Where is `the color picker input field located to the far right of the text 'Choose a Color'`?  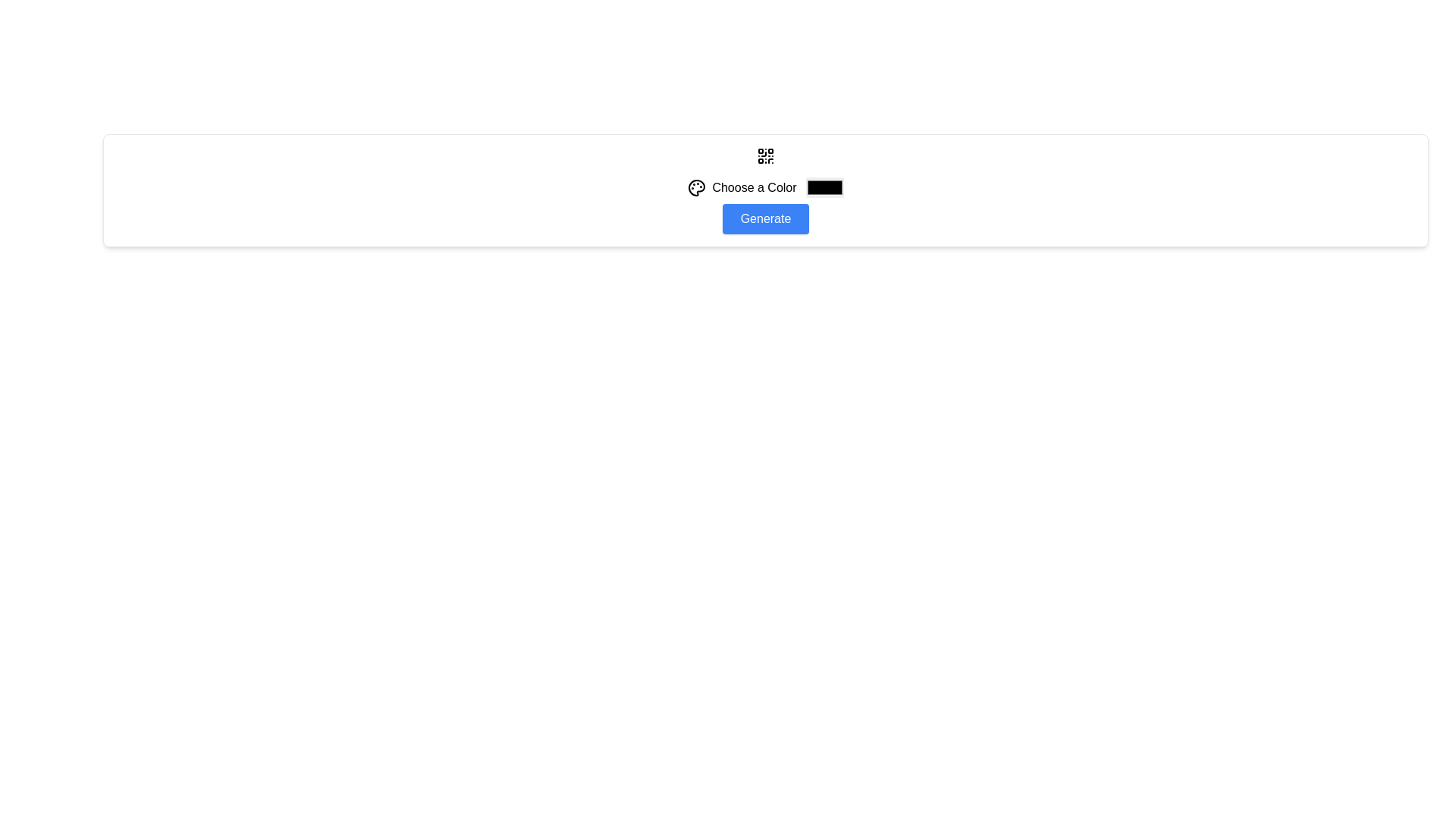 the color picker input field located to the far right of the text 'Choose a Color' is located at coordinates (824, 187).